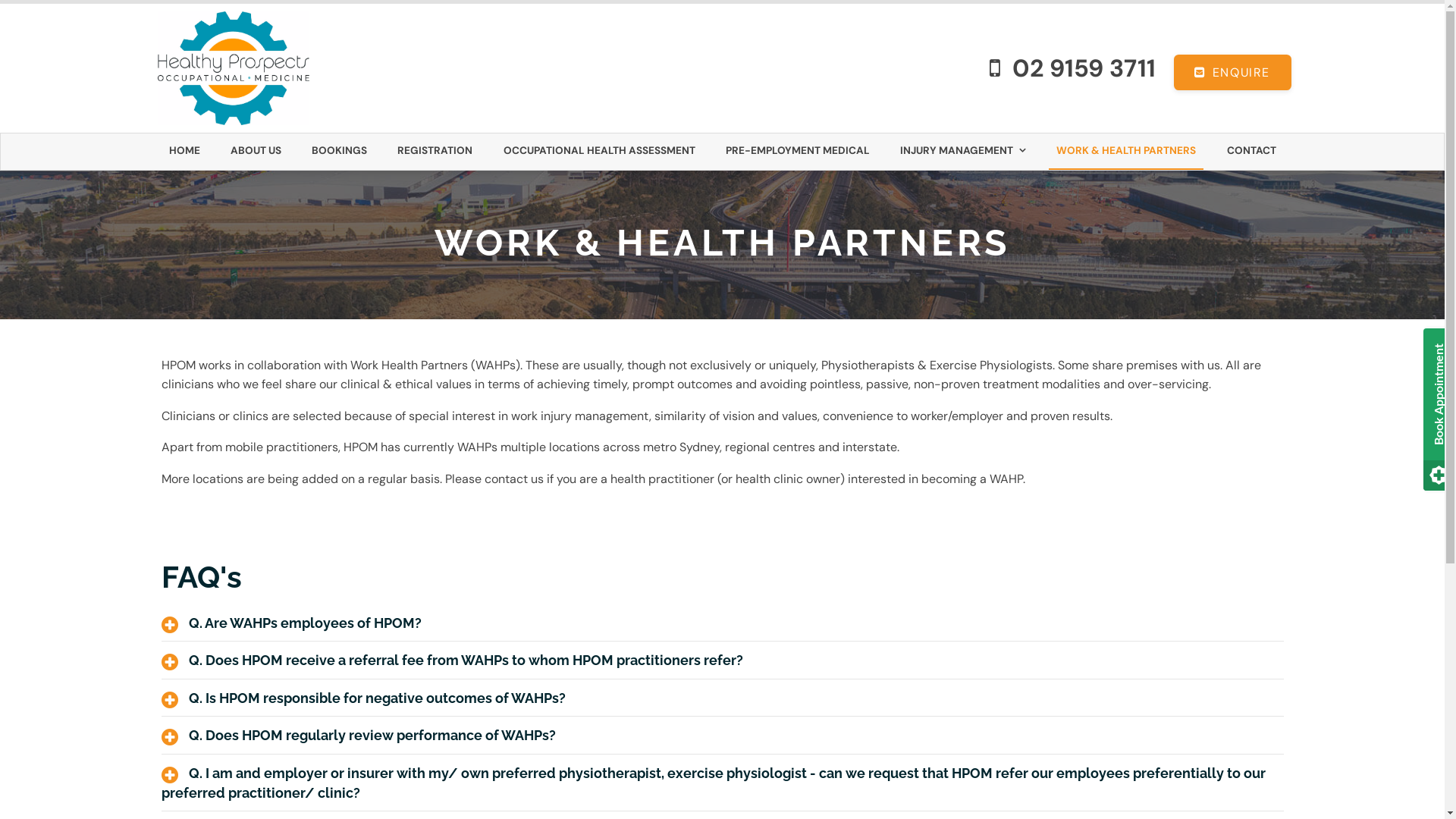  I want to click on 'ABOUT US', so click(256, 152).